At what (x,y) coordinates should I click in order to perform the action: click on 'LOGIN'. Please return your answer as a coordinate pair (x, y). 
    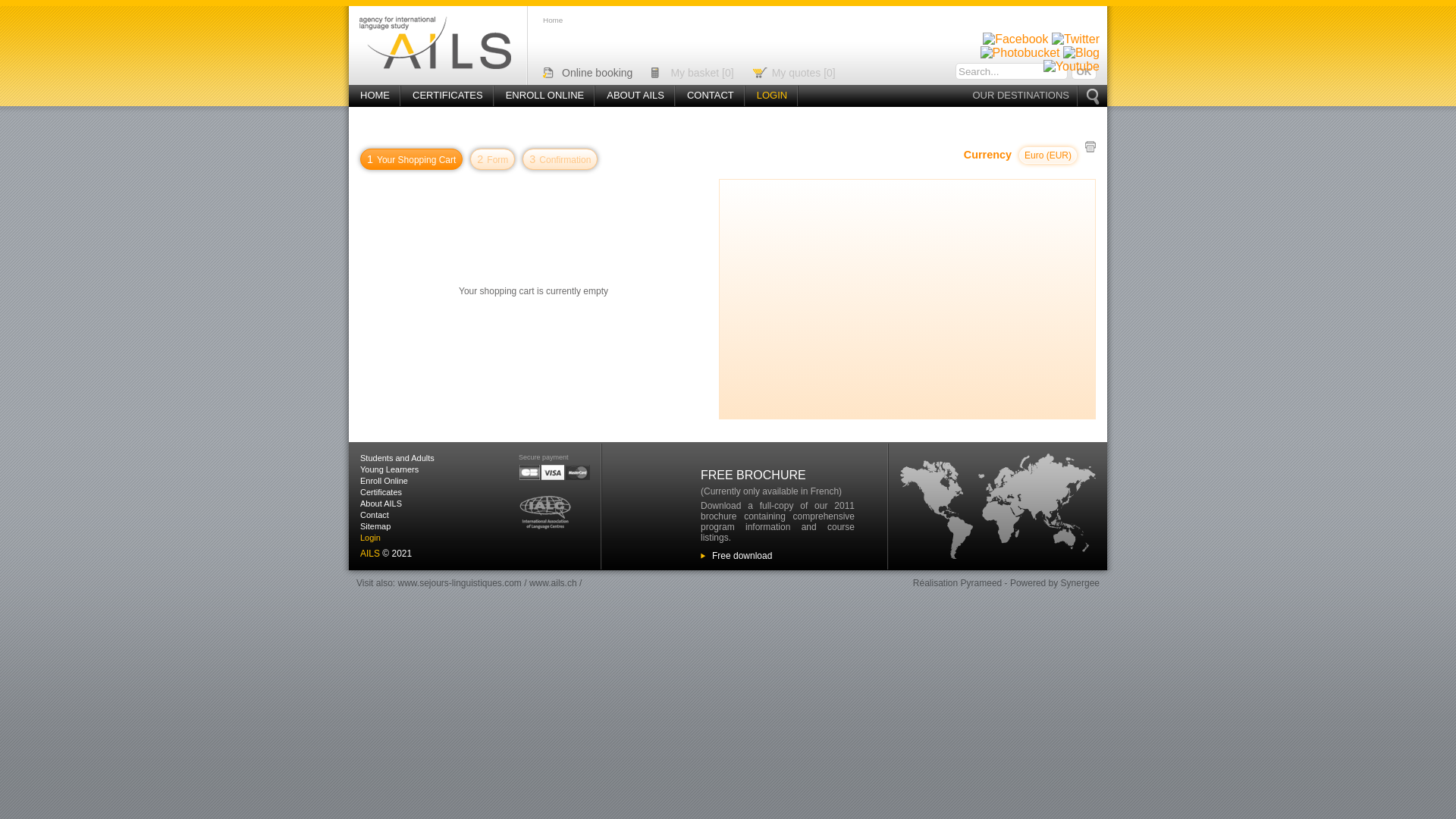
    Looking at the image, I should click on (771, 96).